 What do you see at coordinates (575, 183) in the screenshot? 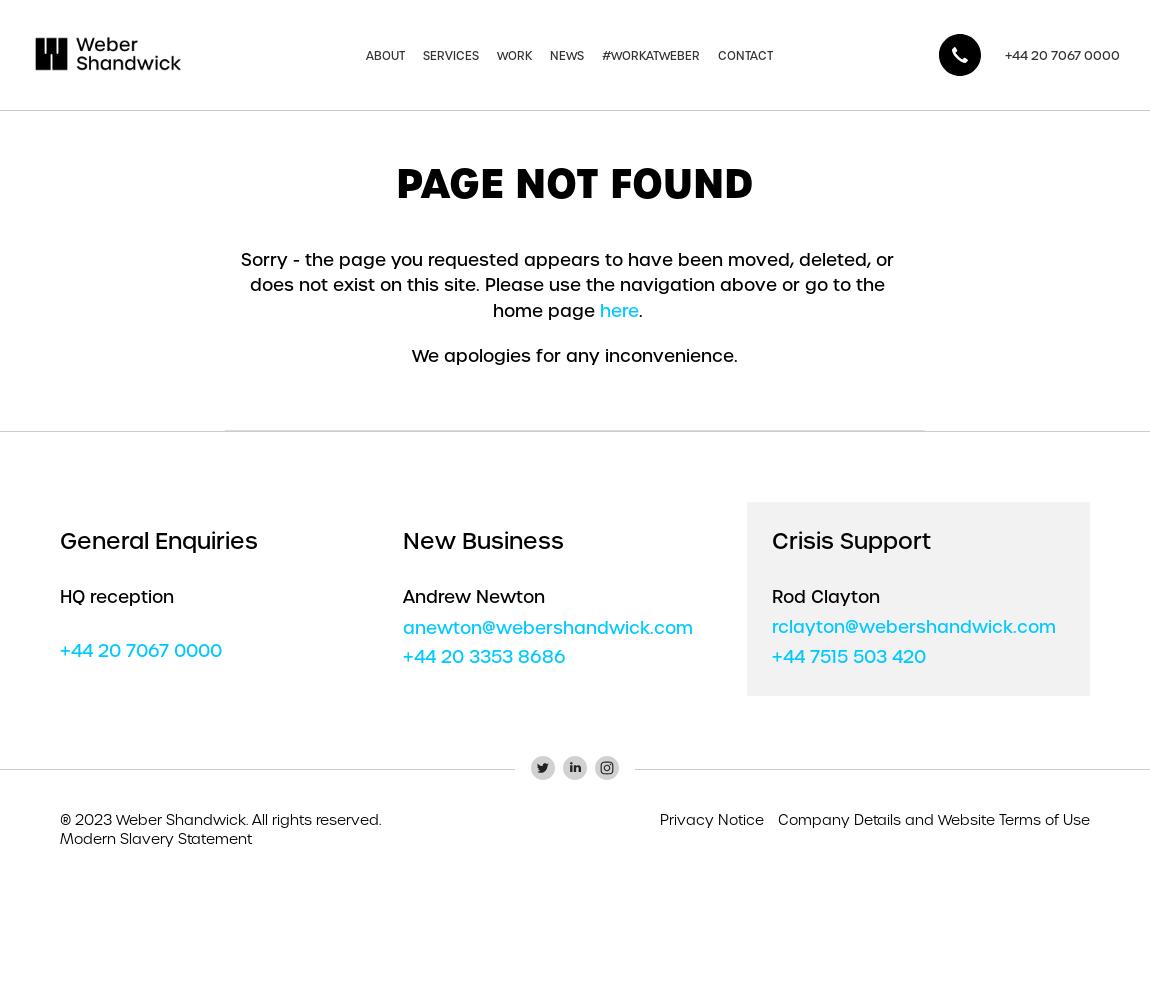
I see `'Page not found'` at bounding box center [575, 183].